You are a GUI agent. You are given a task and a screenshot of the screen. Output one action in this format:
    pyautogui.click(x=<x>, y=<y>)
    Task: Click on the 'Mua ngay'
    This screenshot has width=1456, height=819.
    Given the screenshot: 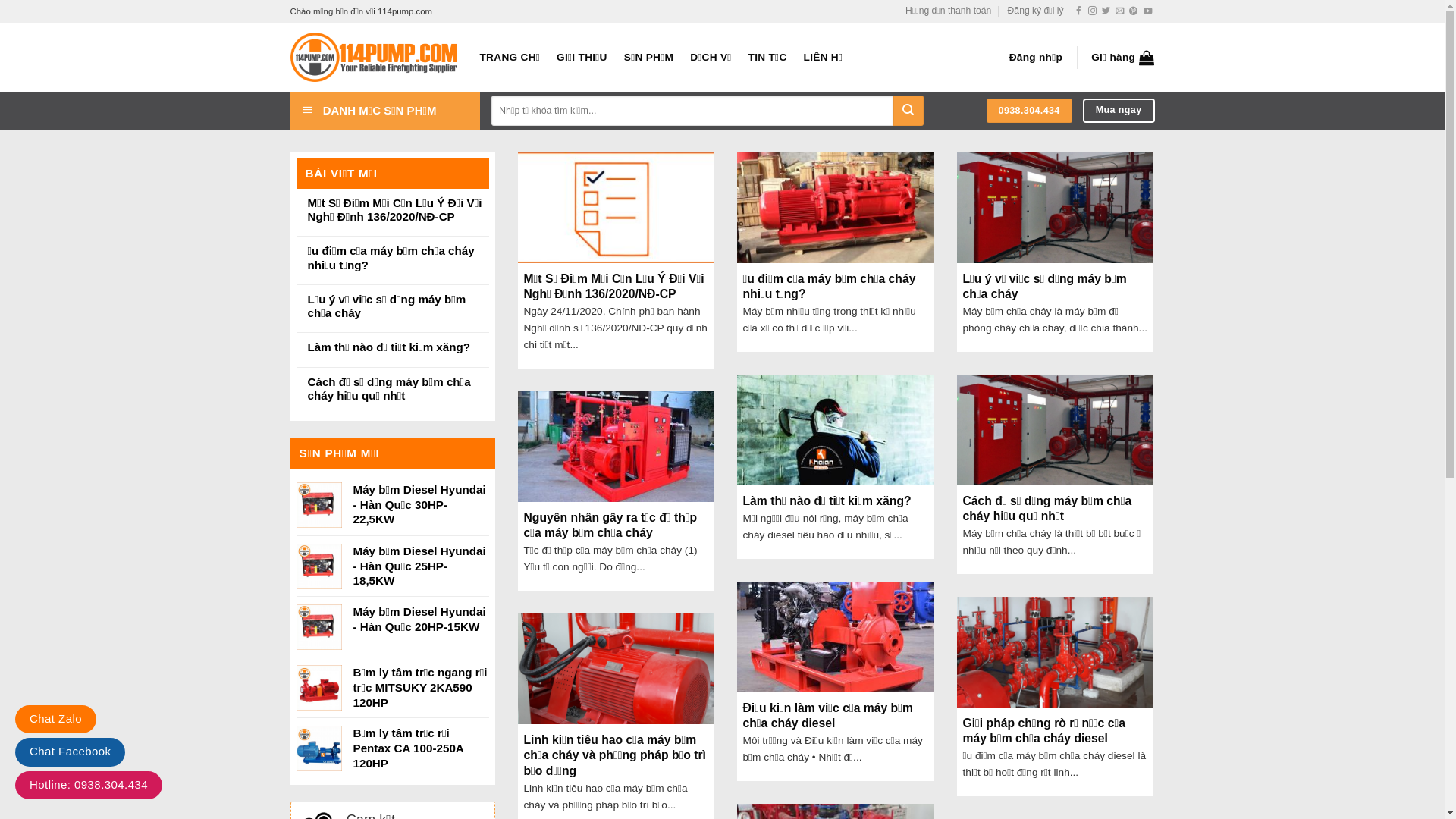 What is the action you would take?
    pyautogui.click(x=1119, y=109)
    